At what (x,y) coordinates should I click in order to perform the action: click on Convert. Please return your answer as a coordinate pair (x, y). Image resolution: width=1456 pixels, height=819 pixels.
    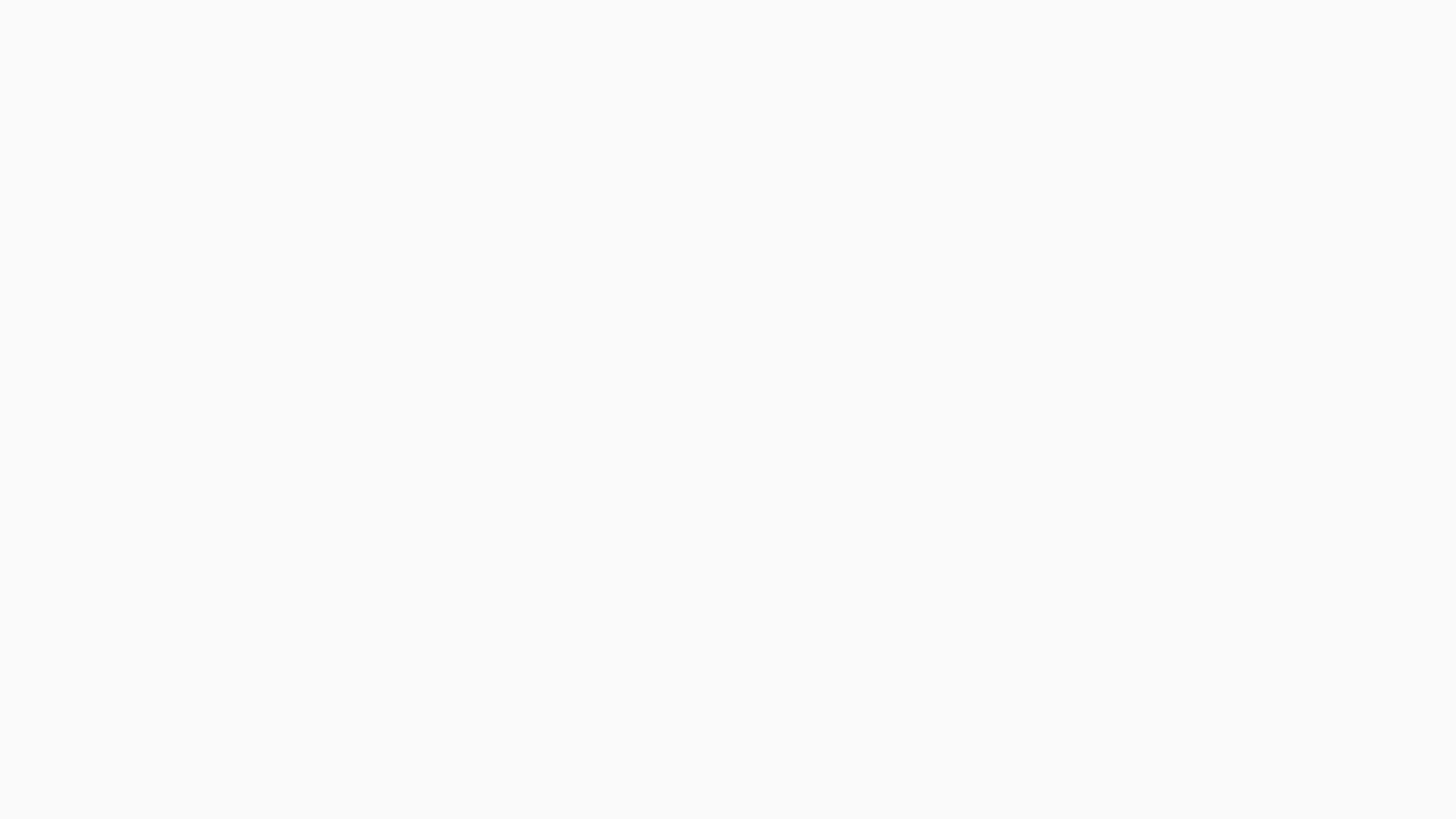
    Looking at the image, I should click on (127, 165).